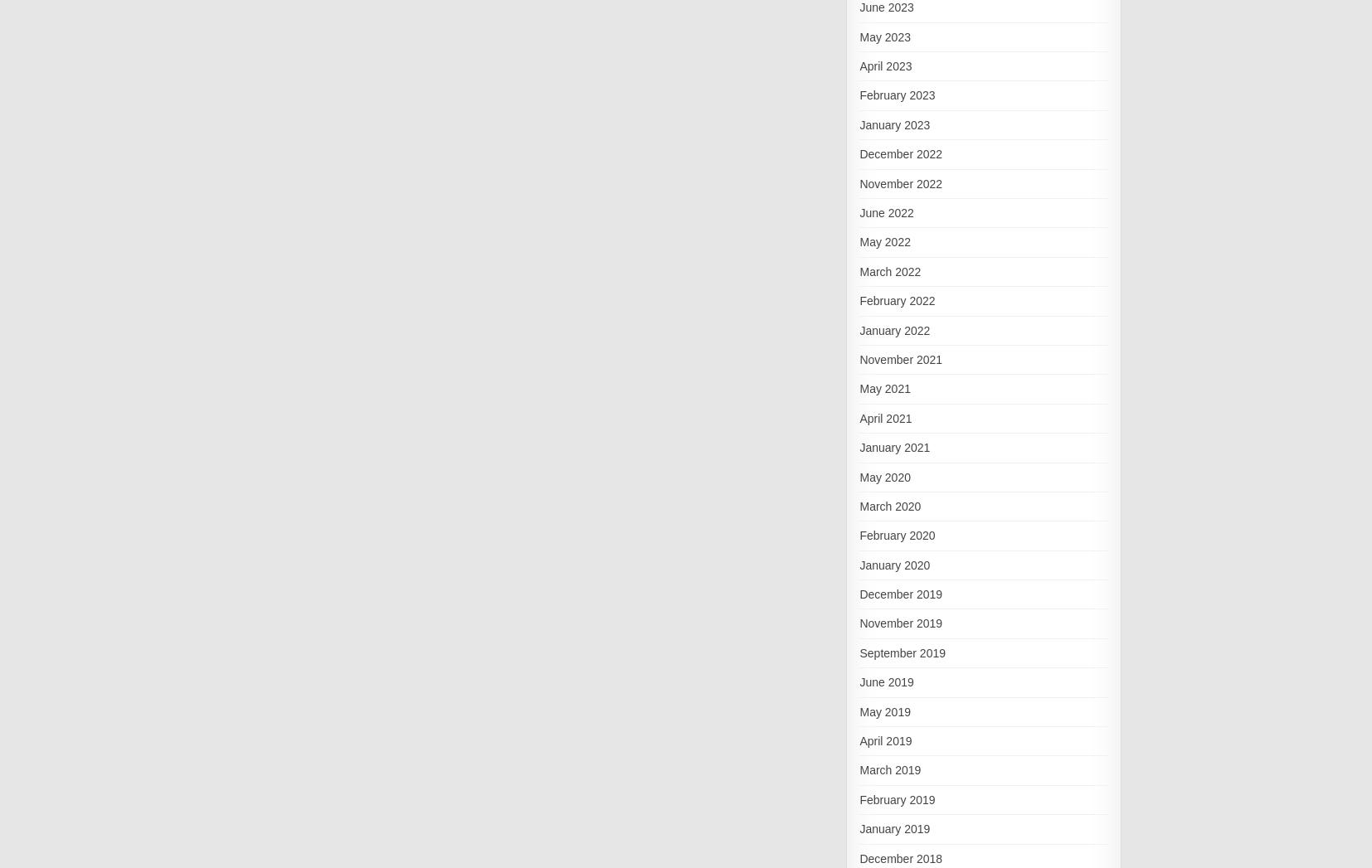 The image size is (1372, 868). I want to click on 'January 2020', so click(893, 563).